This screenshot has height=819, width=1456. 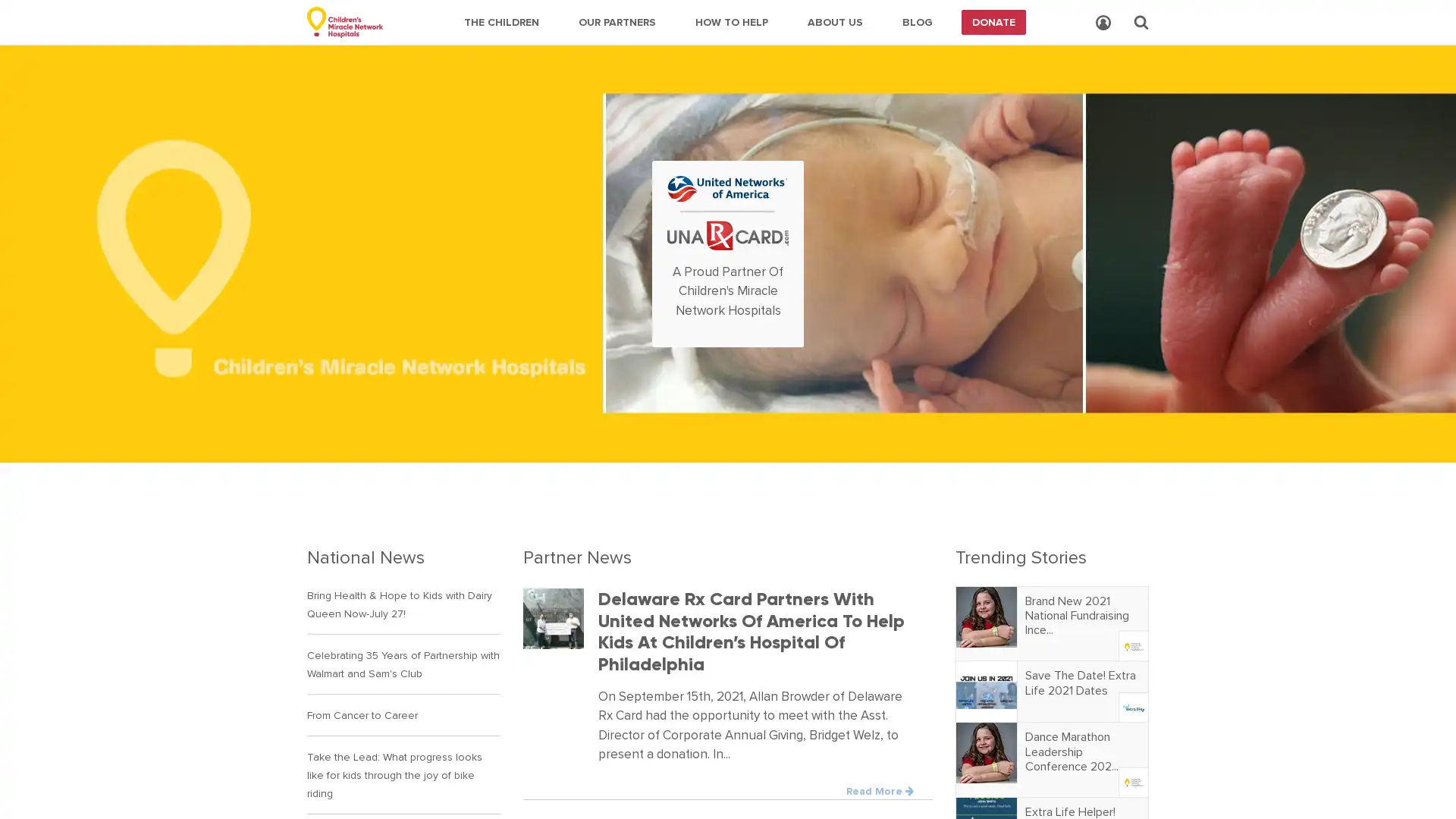 I want to click on Search, so click(x=1141, y=22).